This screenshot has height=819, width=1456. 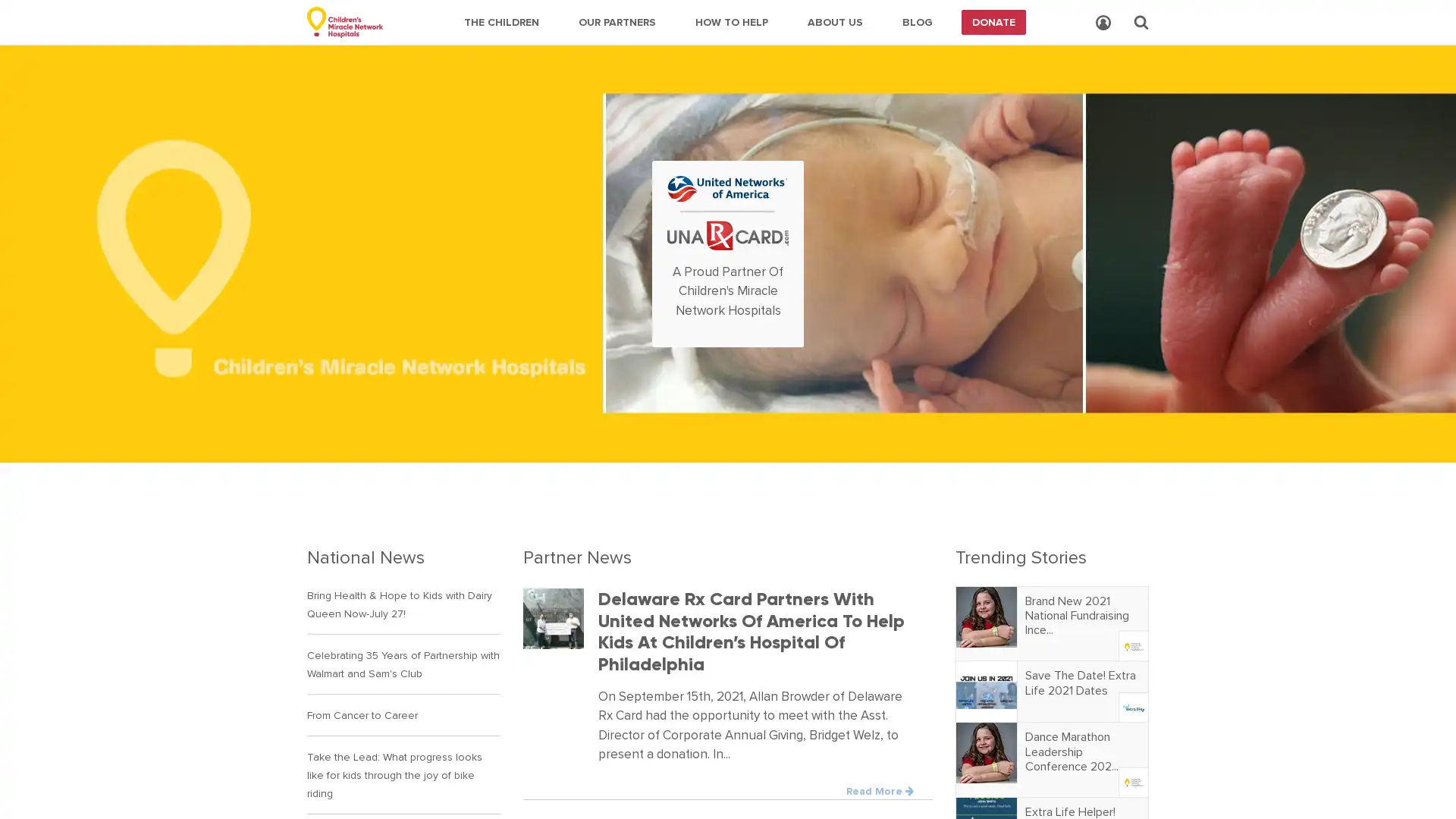 I want to click on Search, so click(x=1141, y=22).